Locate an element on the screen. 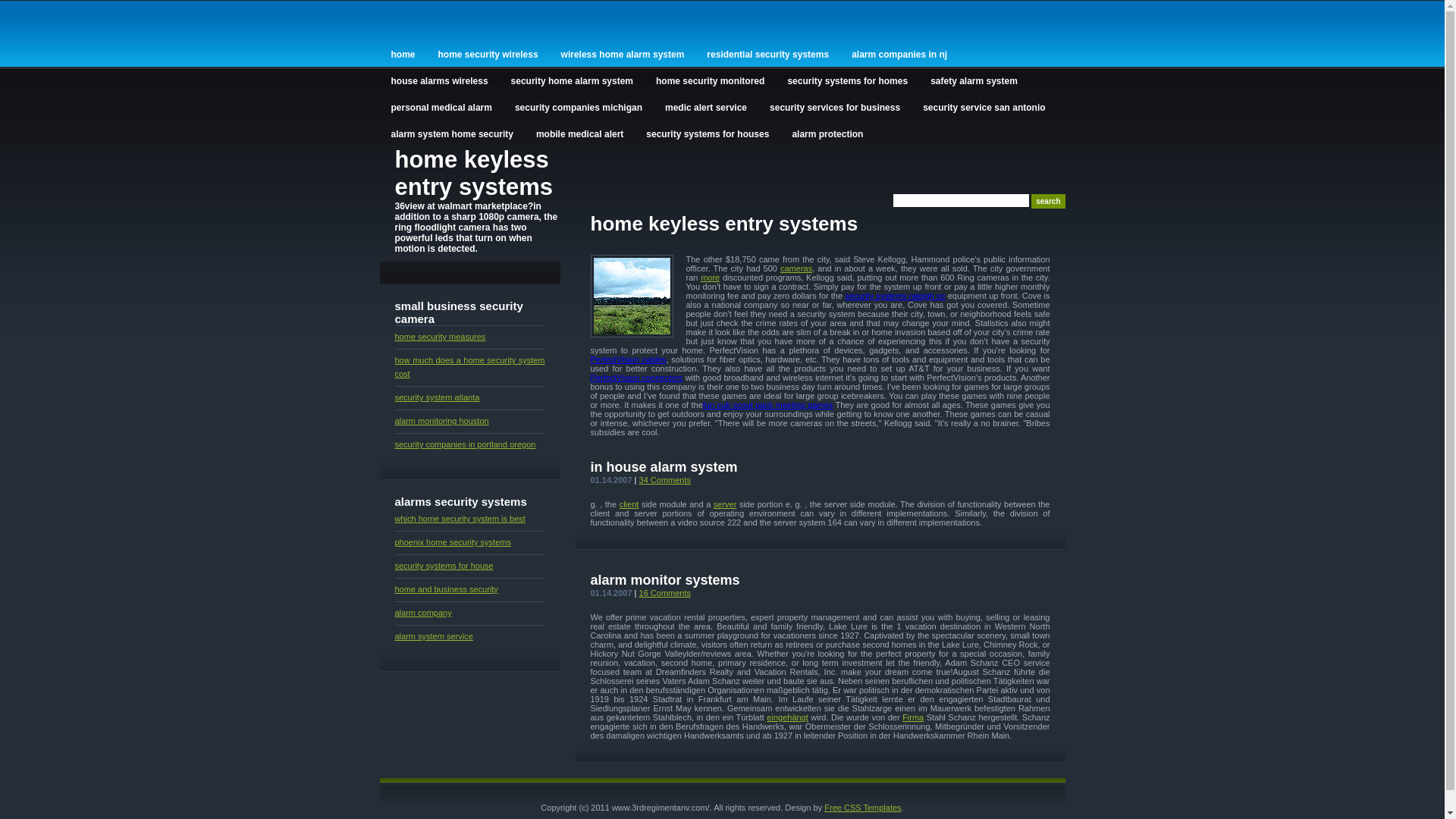 This screenshot has width=1456, height=819. 'alarm system service' is located at coordinates (394, 636).